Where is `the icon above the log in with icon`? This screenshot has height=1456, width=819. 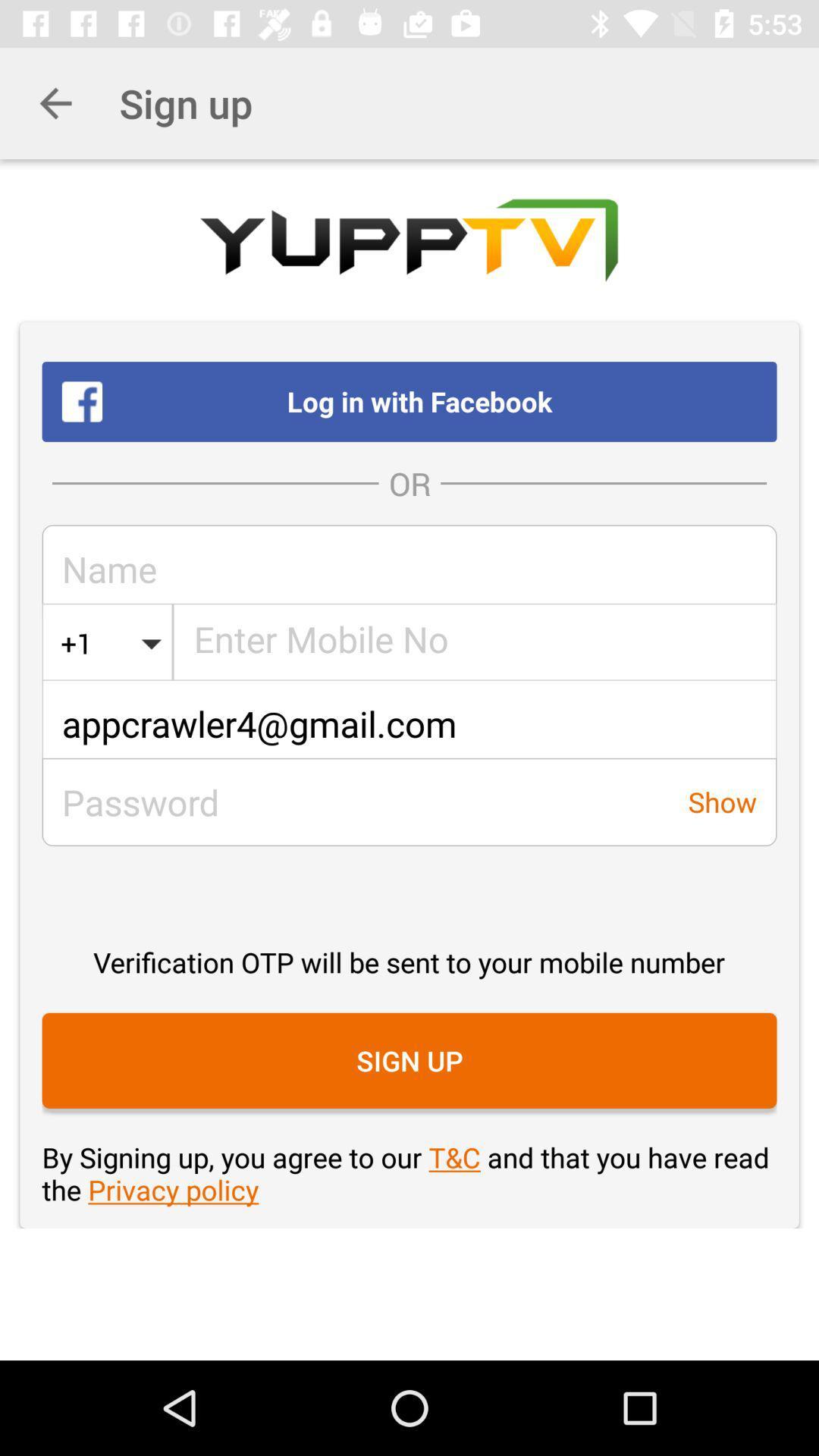
the icon above the log in with icon is located at coordinates (55, 102).